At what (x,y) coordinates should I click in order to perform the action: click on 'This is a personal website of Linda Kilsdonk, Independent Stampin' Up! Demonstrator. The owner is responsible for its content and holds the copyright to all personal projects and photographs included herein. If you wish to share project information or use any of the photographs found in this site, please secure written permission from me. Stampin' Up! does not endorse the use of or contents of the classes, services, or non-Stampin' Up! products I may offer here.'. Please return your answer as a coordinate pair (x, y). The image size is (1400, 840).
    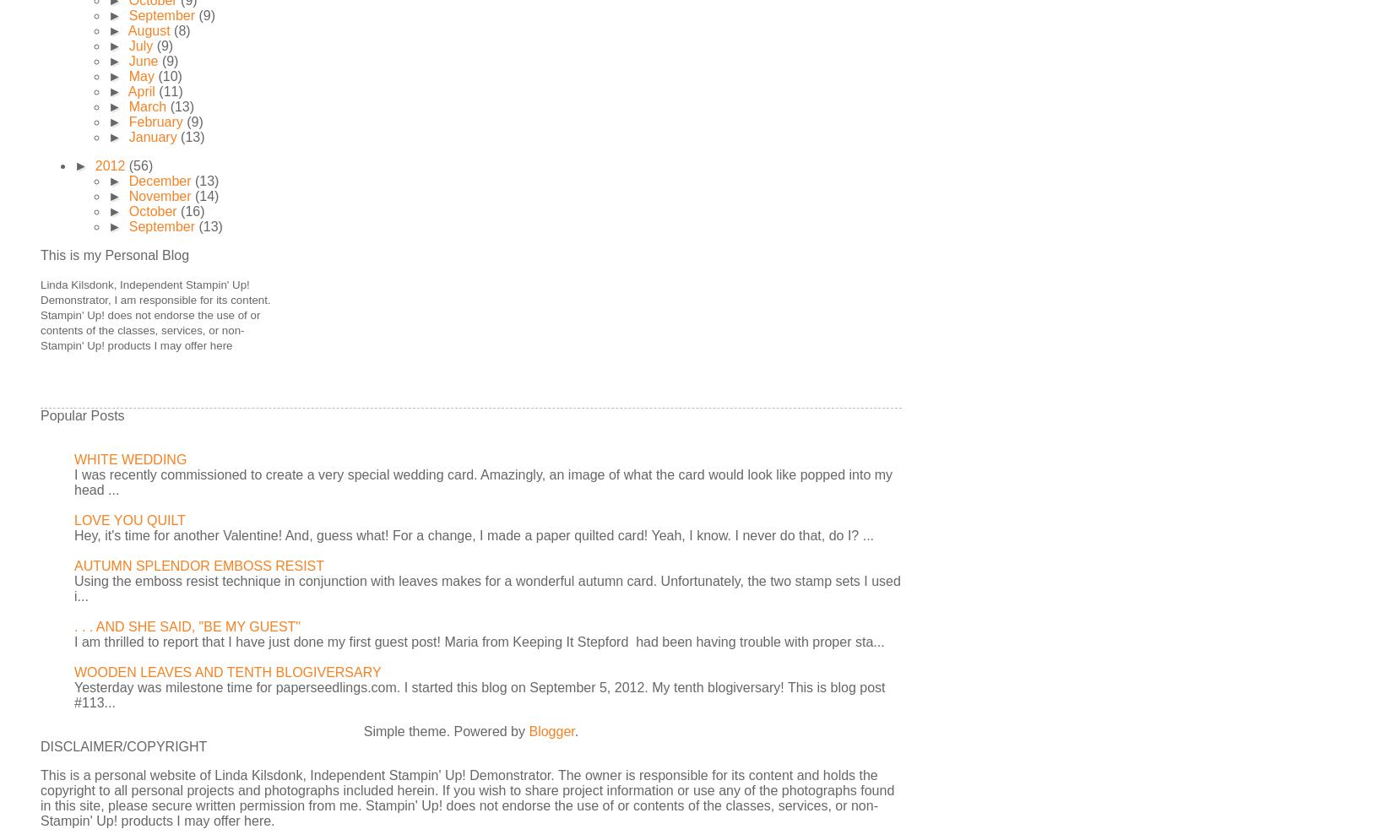
    Looking at the image, I should click on (40, 798).